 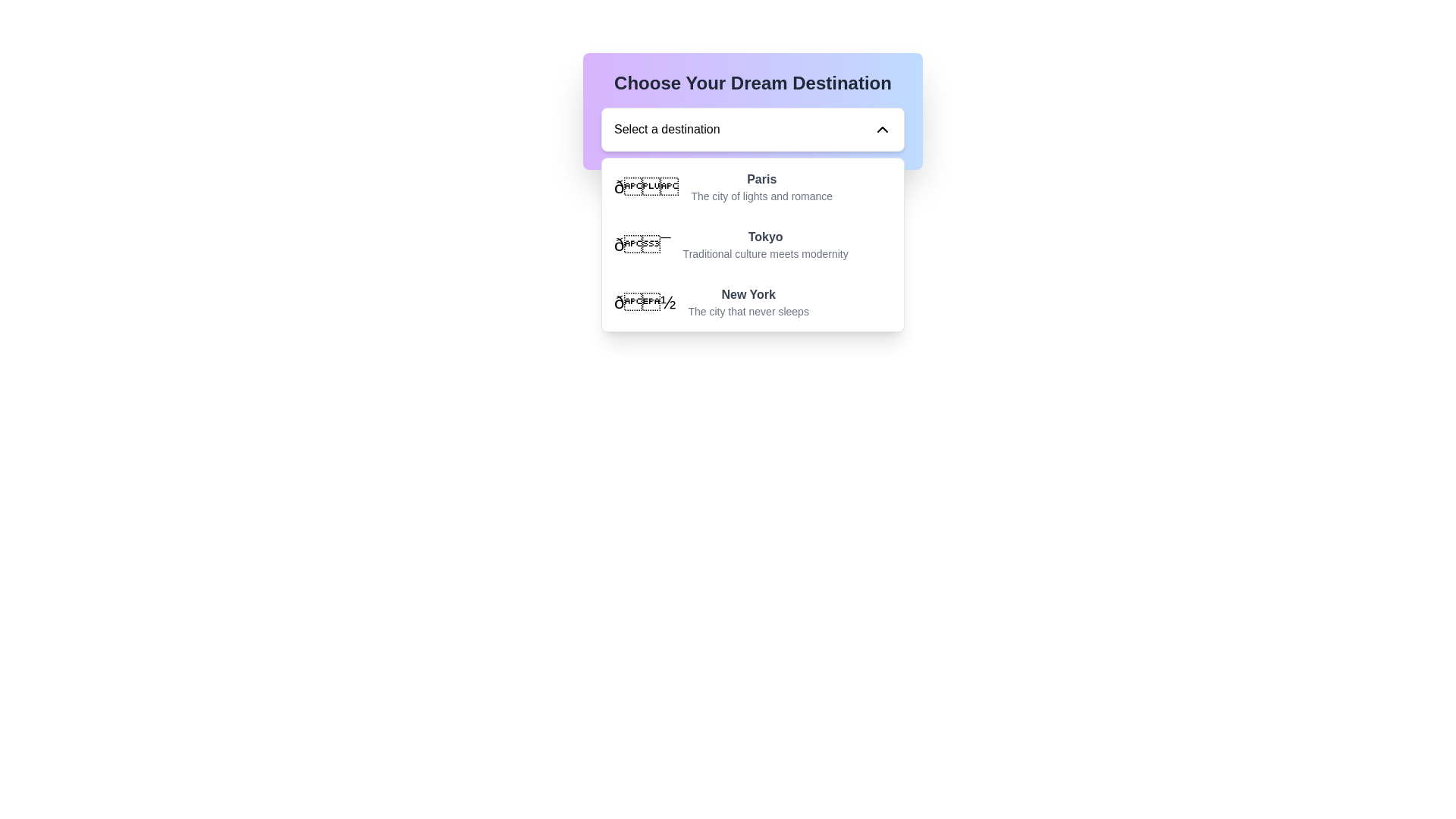 I want to click on to select the 'Tokyo' destination option in the dropdown menu, which is the middle item in a list of three options, so click(x=765, y=244).